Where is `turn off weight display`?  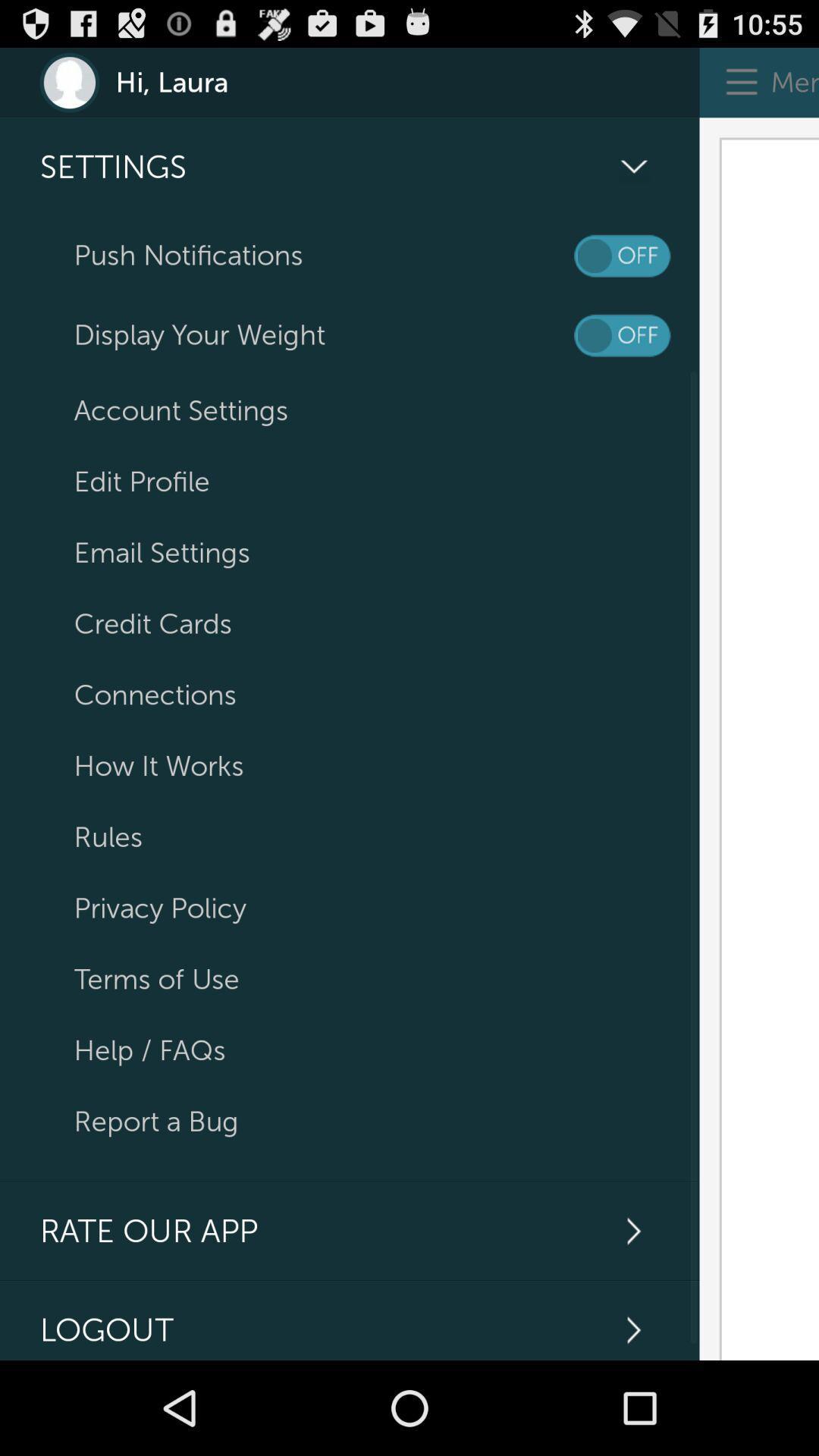 turn off weight display is located at coordinates (622, 334).